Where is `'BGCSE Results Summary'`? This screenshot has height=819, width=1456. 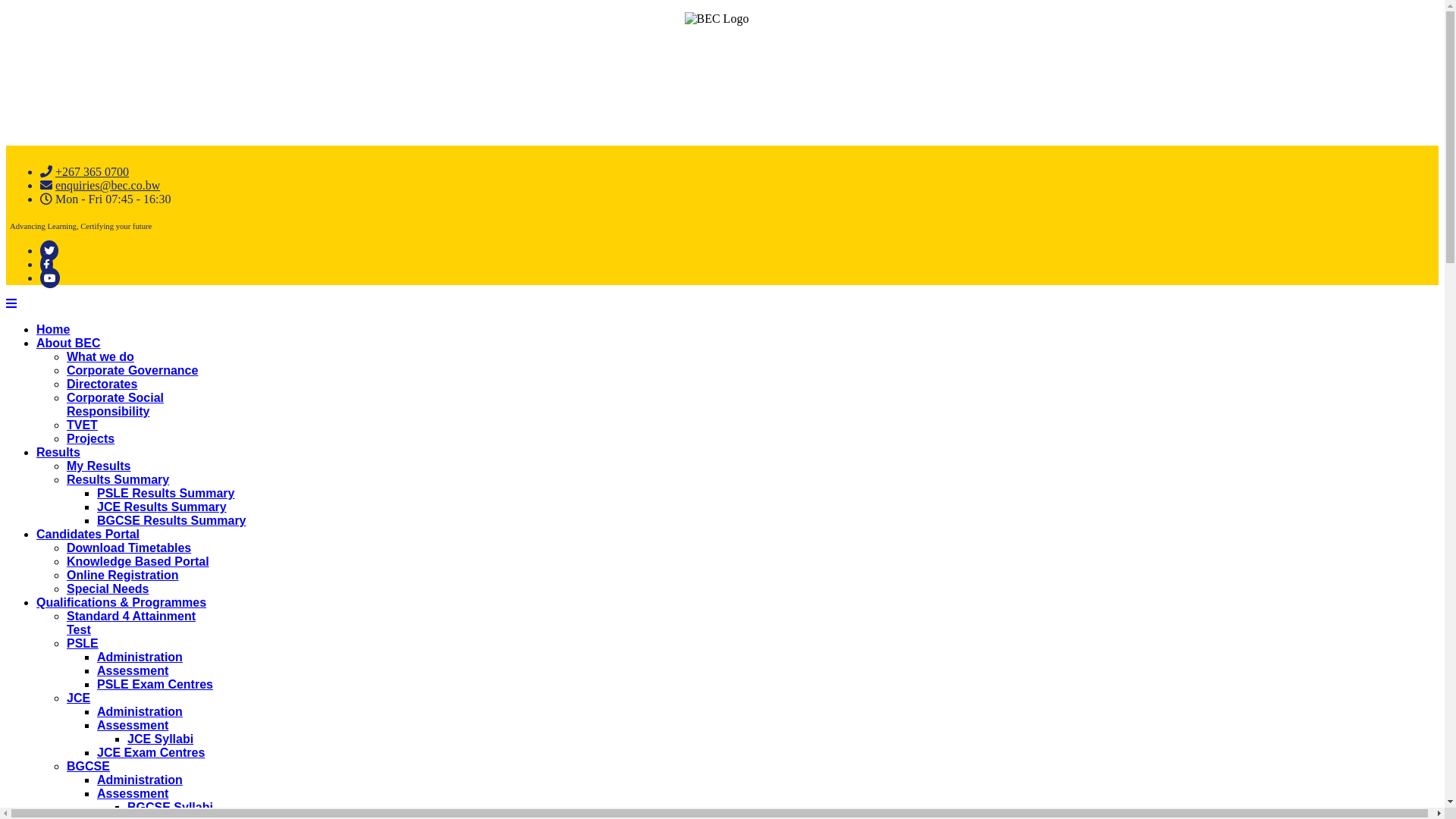
'BGCSE Results Summary' is located at coordinates (171, 519).